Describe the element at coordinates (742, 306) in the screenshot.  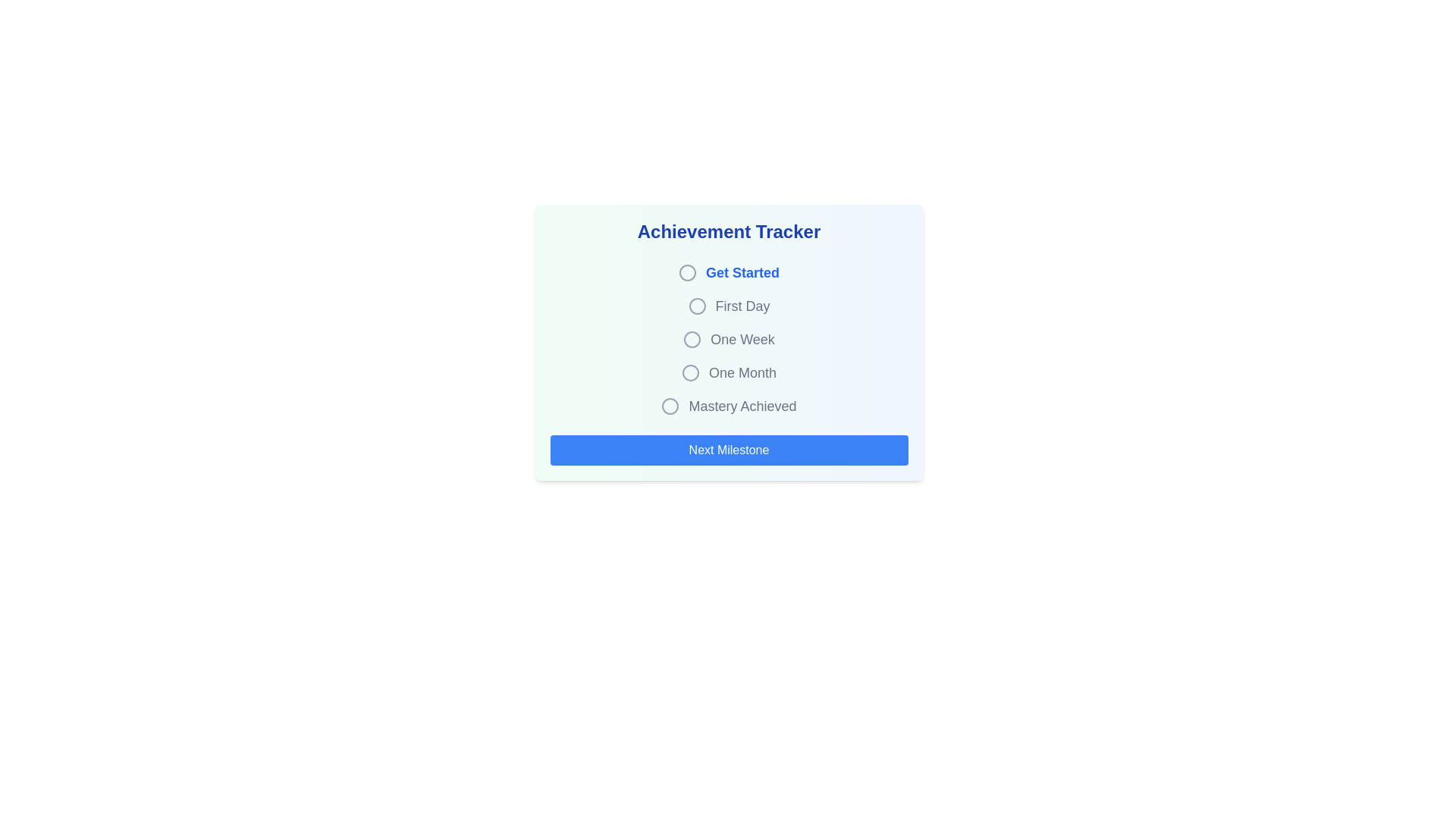
I see `the text label reading 'First Day', which is styled with a light gray font and is the second item in the 'Achievement Tracker' group` at that location.